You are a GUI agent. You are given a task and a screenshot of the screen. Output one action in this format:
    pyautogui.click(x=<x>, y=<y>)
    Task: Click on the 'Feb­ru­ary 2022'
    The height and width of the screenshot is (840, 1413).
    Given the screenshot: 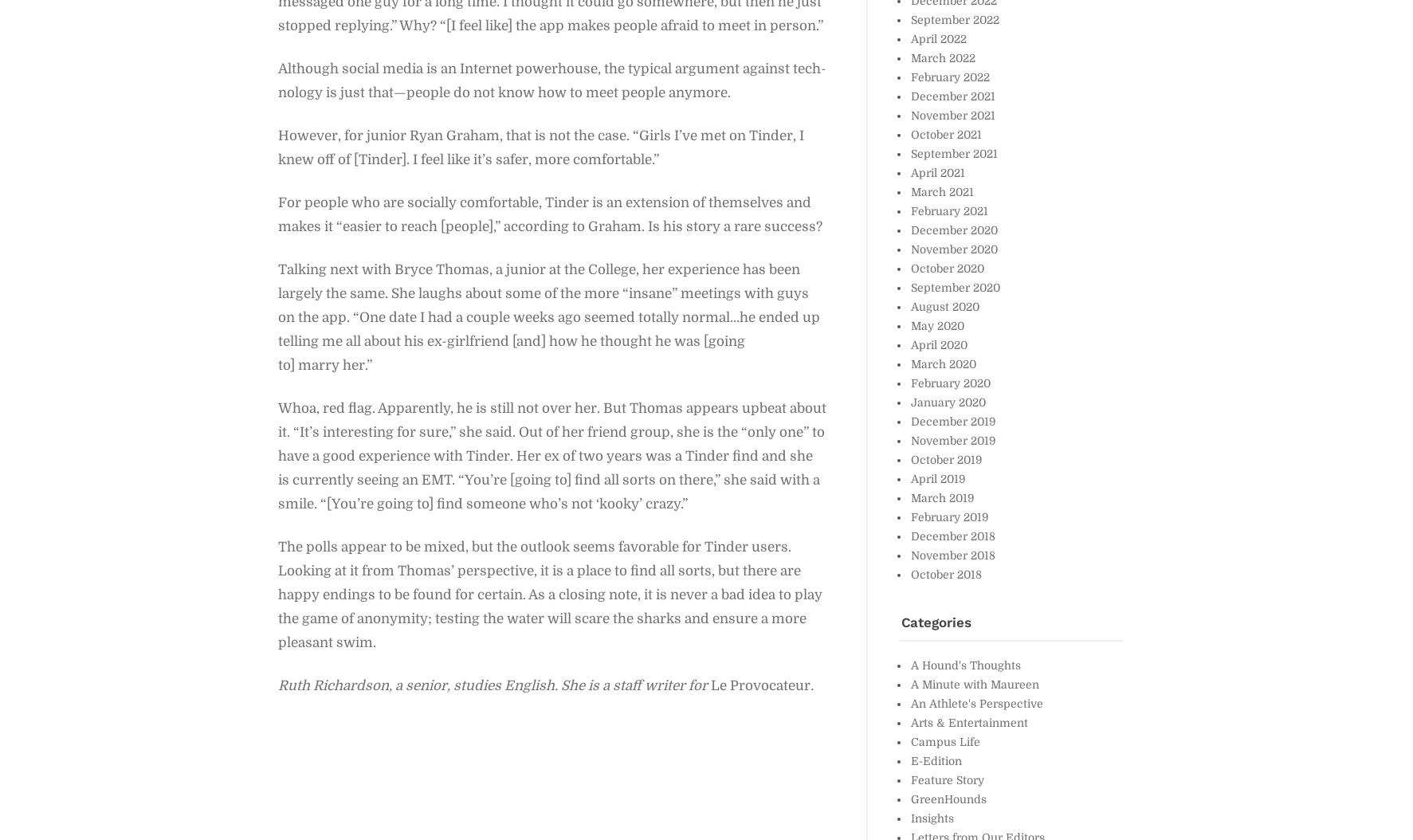 What is the action you would take?
    pyautogui.click(x=948, y=76)
    